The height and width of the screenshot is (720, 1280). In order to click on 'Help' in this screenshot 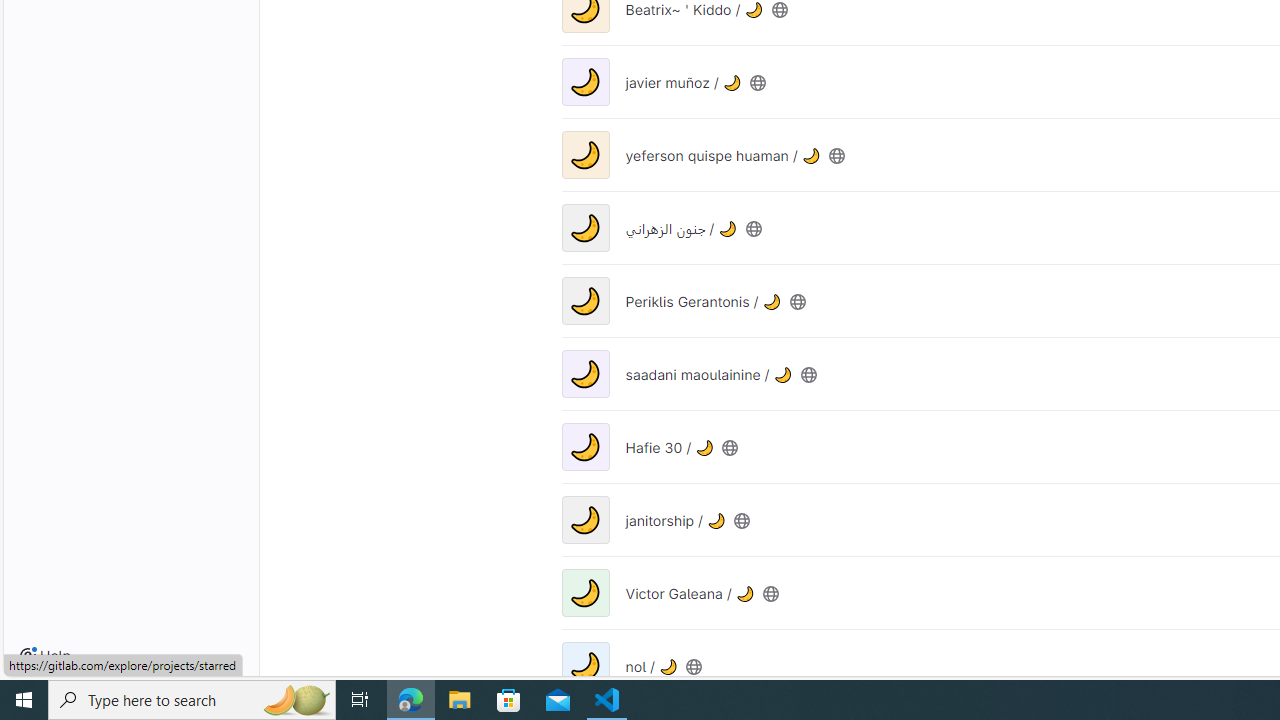, I will do `click(45, 655)`.